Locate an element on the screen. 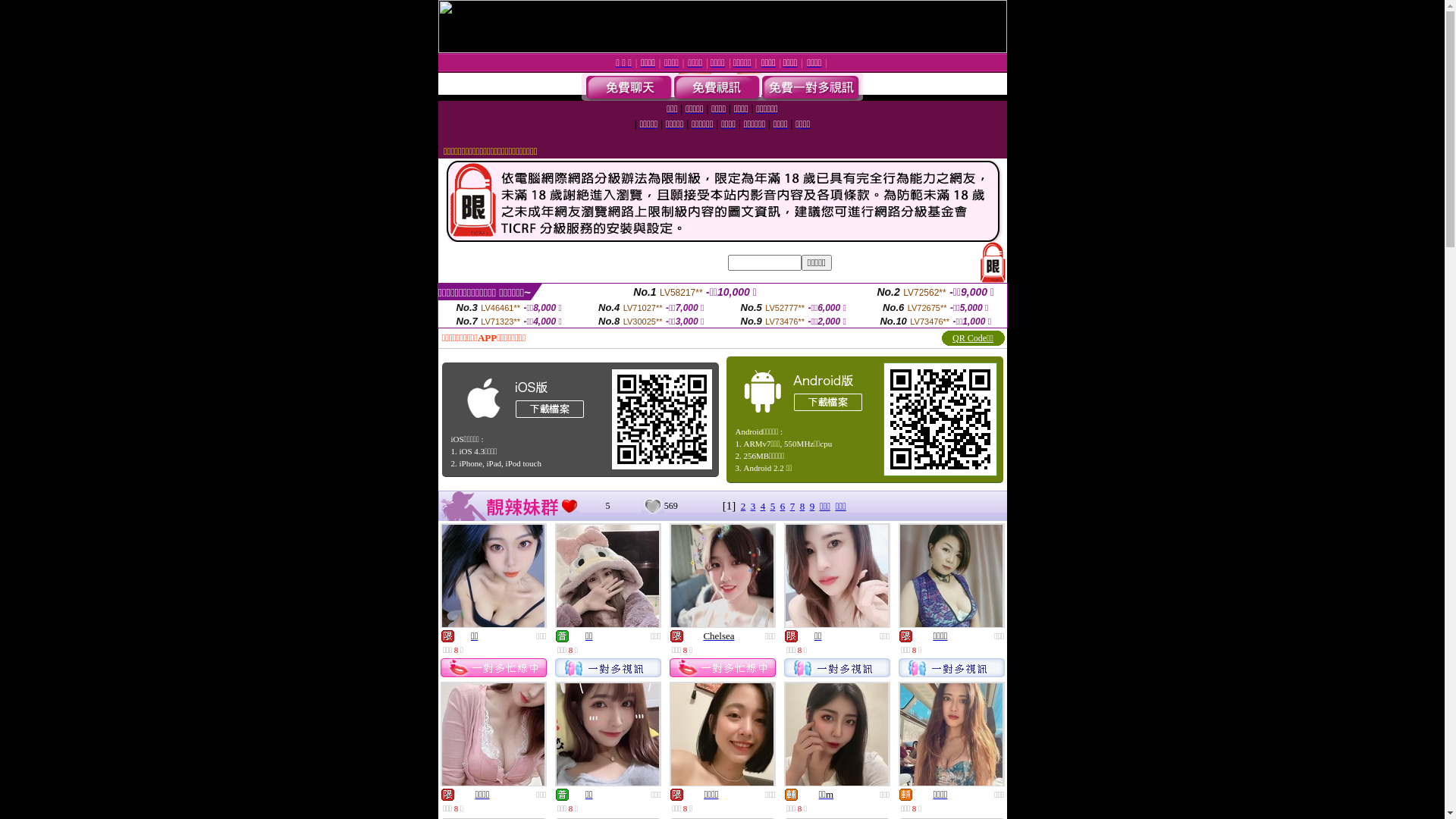  '9' is located at coordinates (811, 506).